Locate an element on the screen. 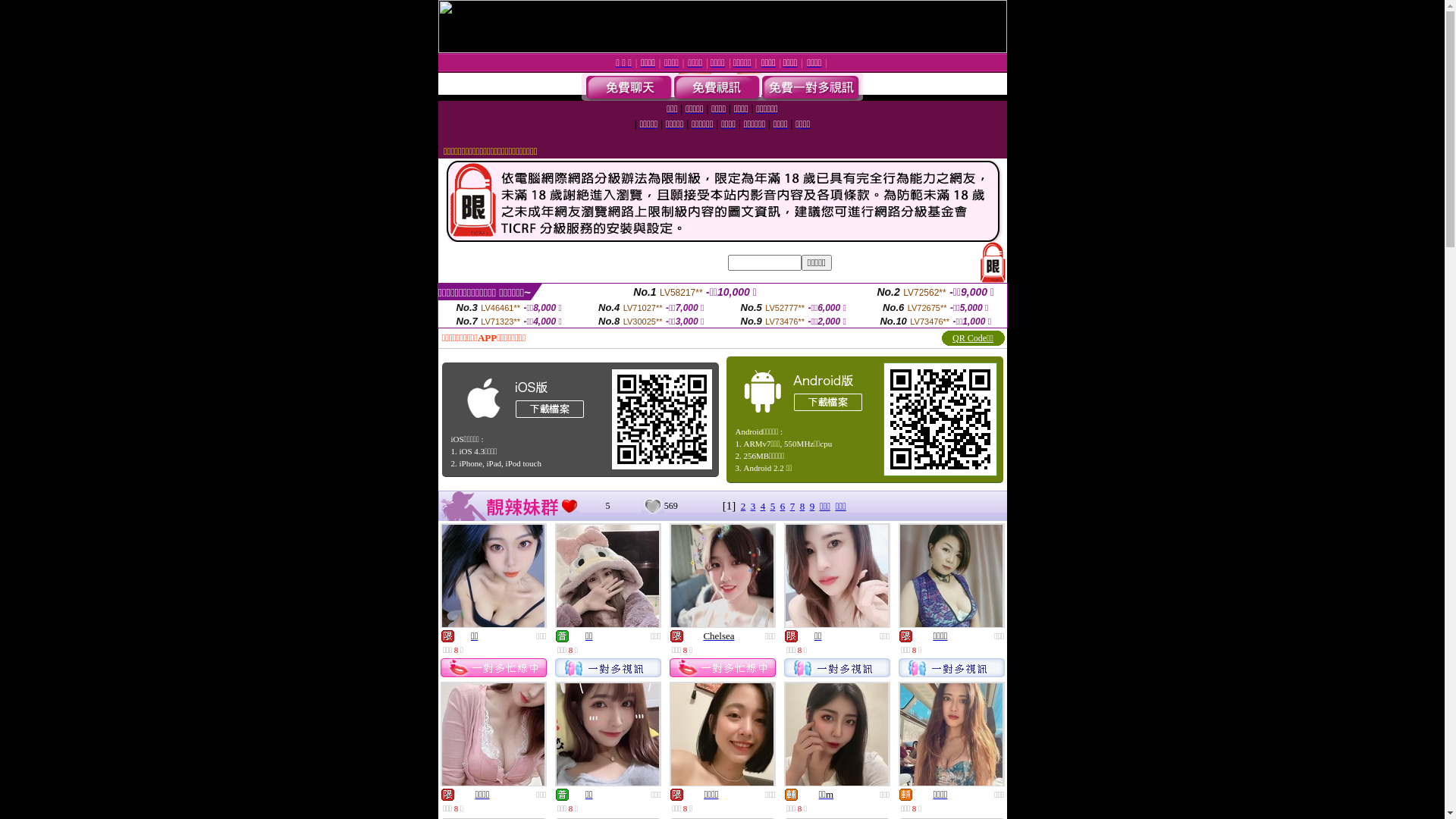  '9' is located at coordinates (811, 506).